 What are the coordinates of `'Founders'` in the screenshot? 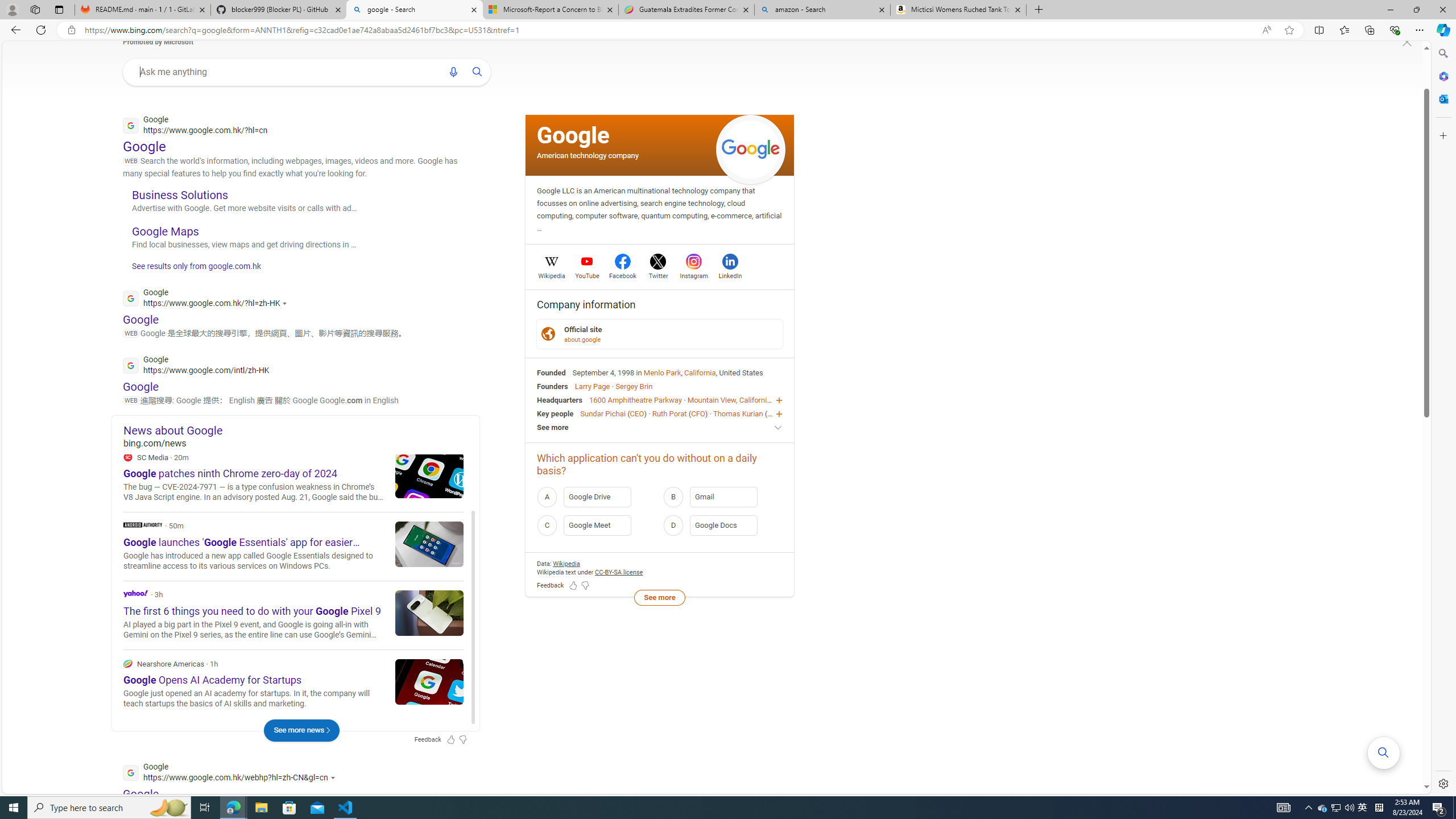 It's located at (552, 385).